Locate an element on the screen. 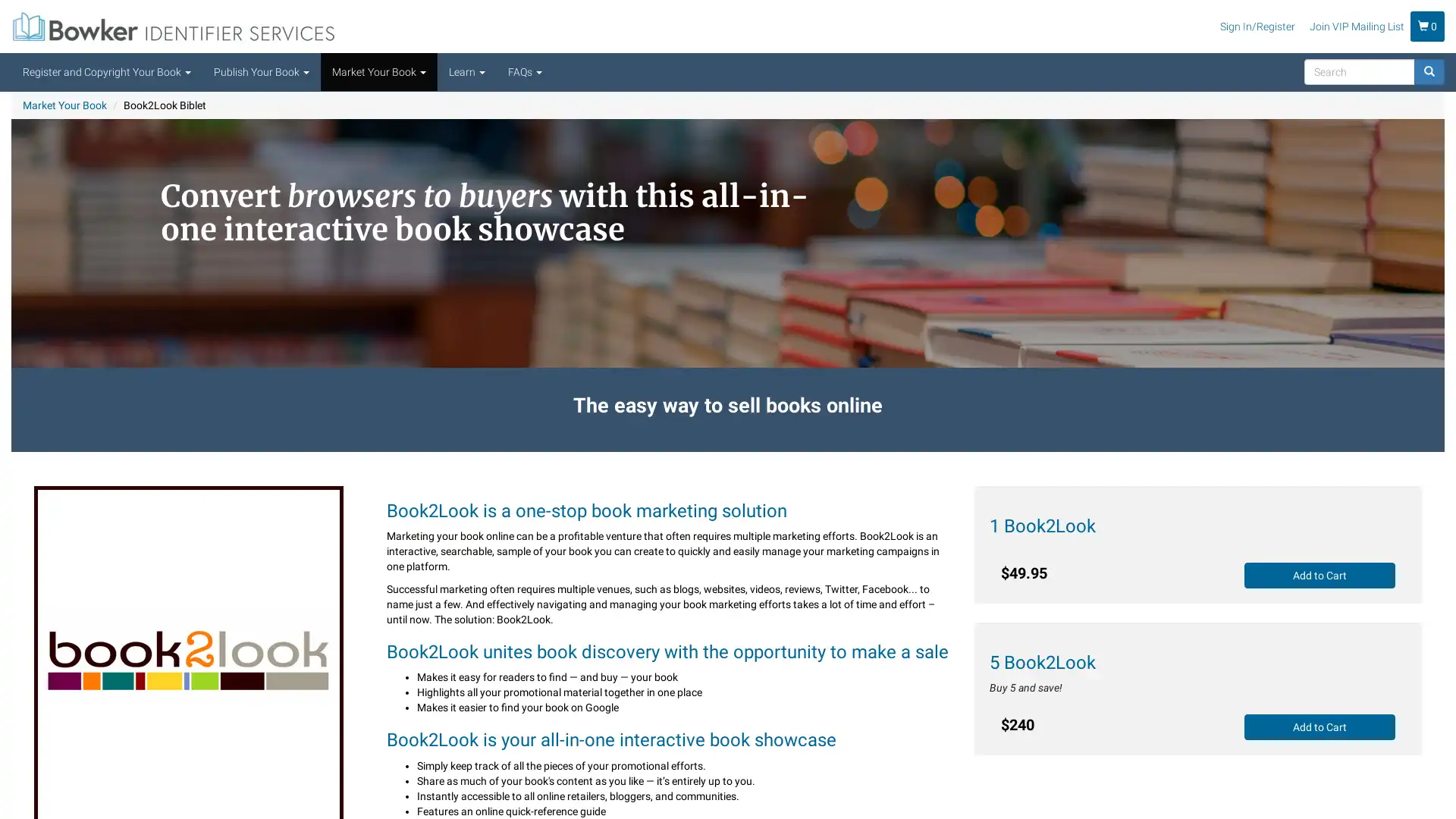 The height and width of the screenshot is (819, 1456). Search is located at coordinates (1429, 72).